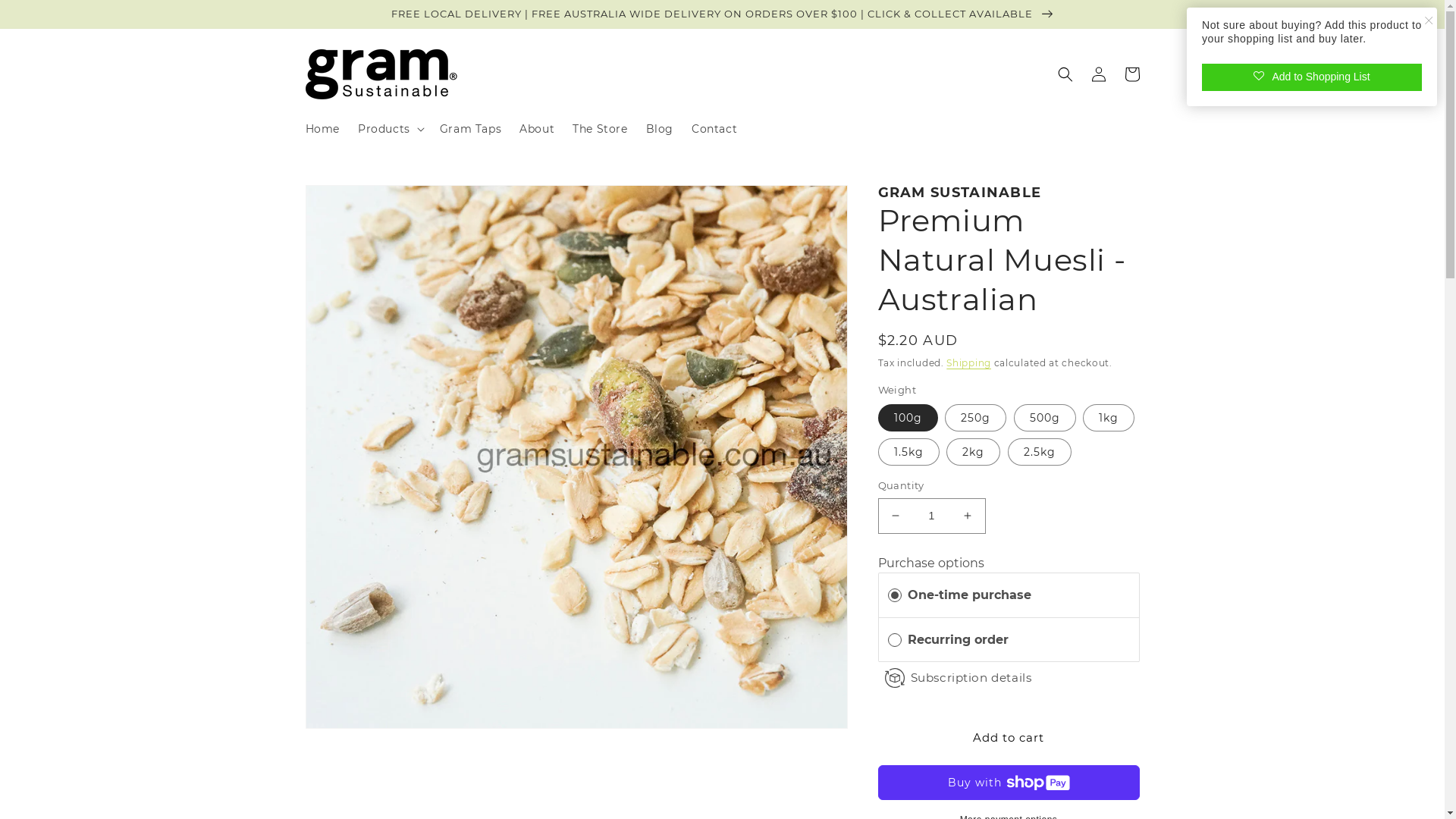  What do you see at coordinates (321, 127) in the screenshot?
I see `'Home'` at bounding box center [321, 127].